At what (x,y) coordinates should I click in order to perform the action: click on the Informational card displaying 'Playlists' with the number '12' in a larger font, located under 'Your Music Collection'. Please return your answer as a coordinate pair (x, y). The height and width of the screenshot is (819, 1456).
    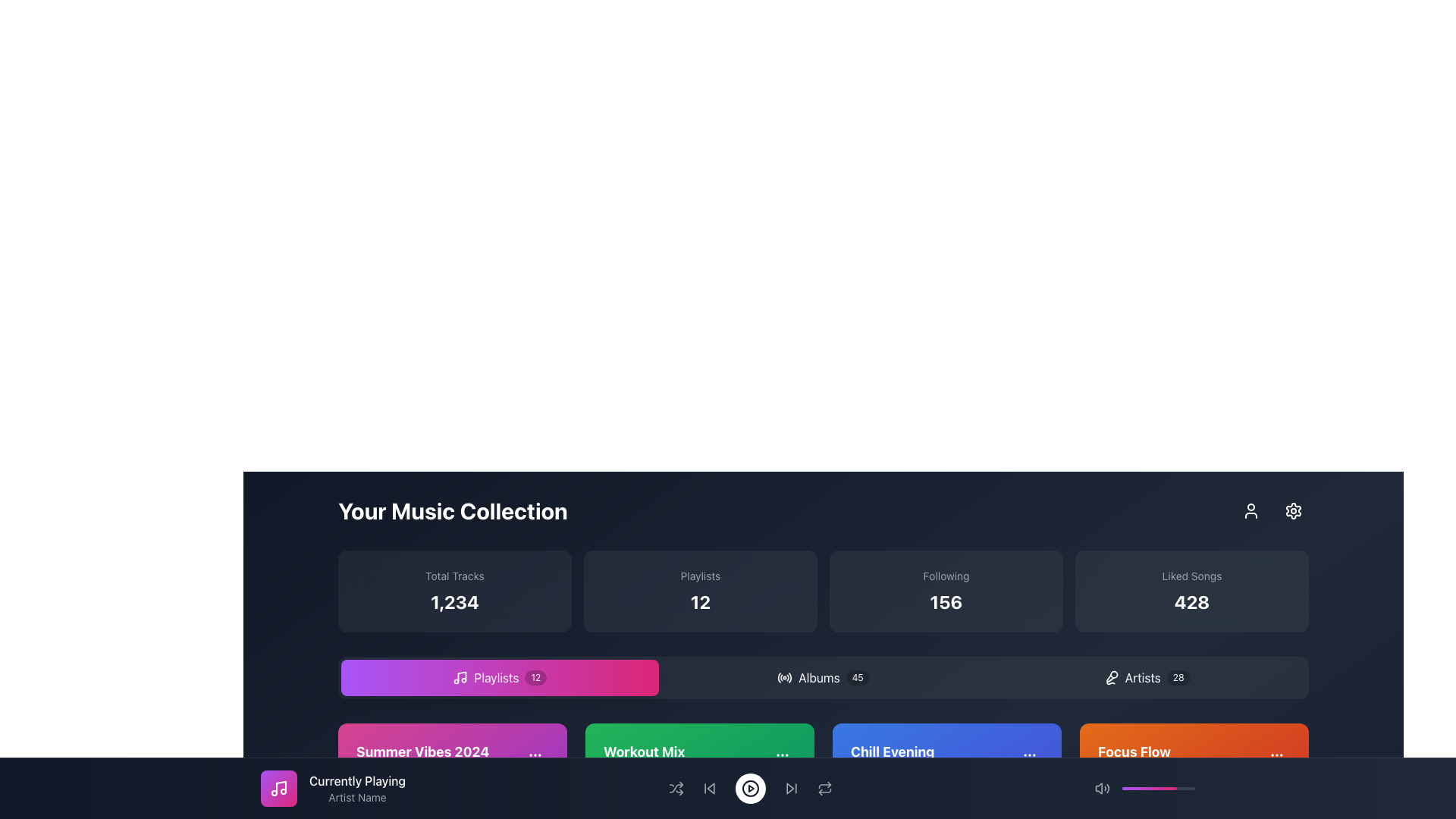
    Looking at the image, I should click on (700, 590).